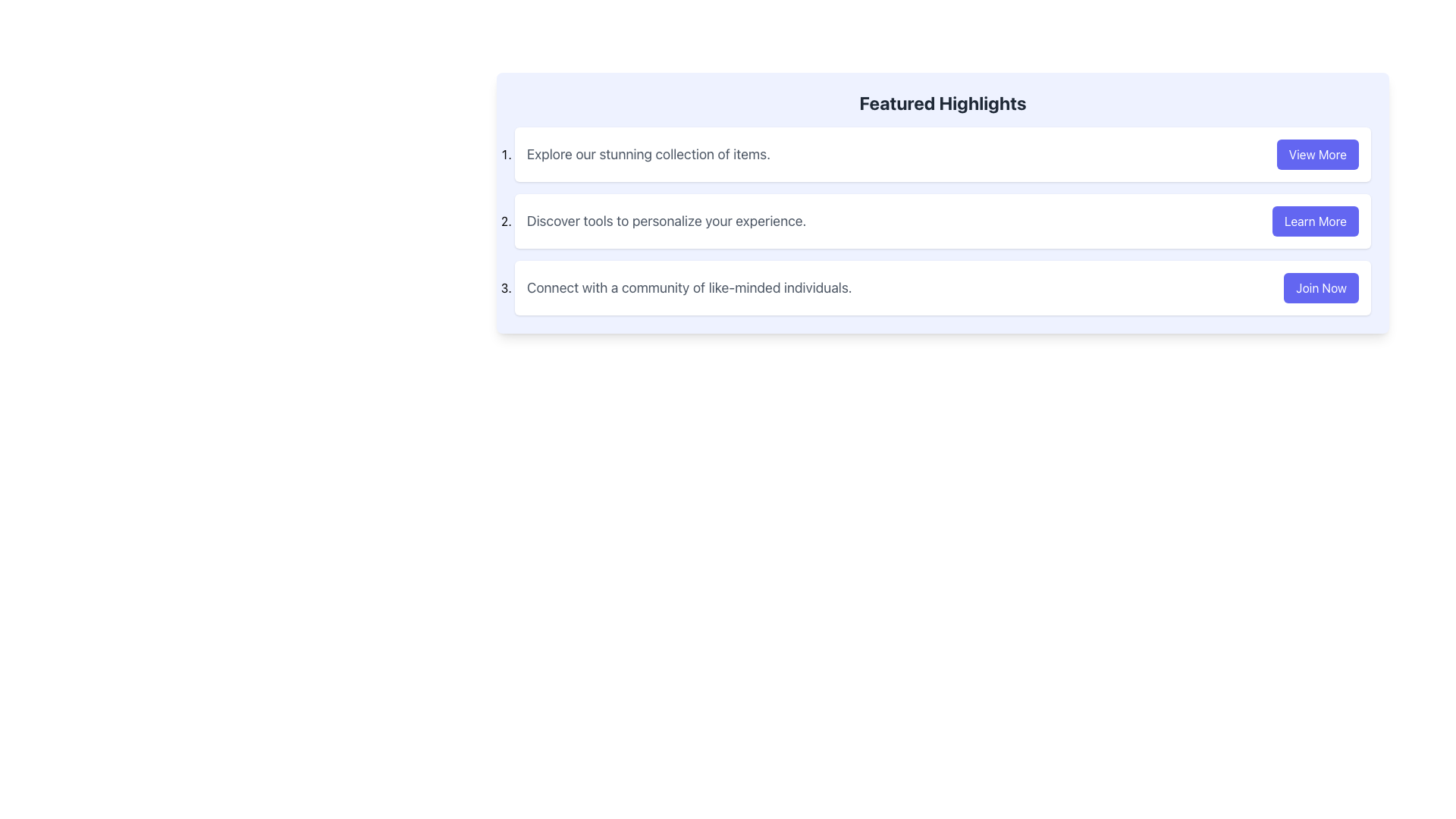 The height and width of the screenshot is (819, 1456). Describe the element at coordinates (689, 288) in the screenshot. I see `the text label displaying 'Connect with a community of like-minded individuals,' which is styled in gray and positioned to the left of the 'Join Now' button in the third section of the layout` at that location.